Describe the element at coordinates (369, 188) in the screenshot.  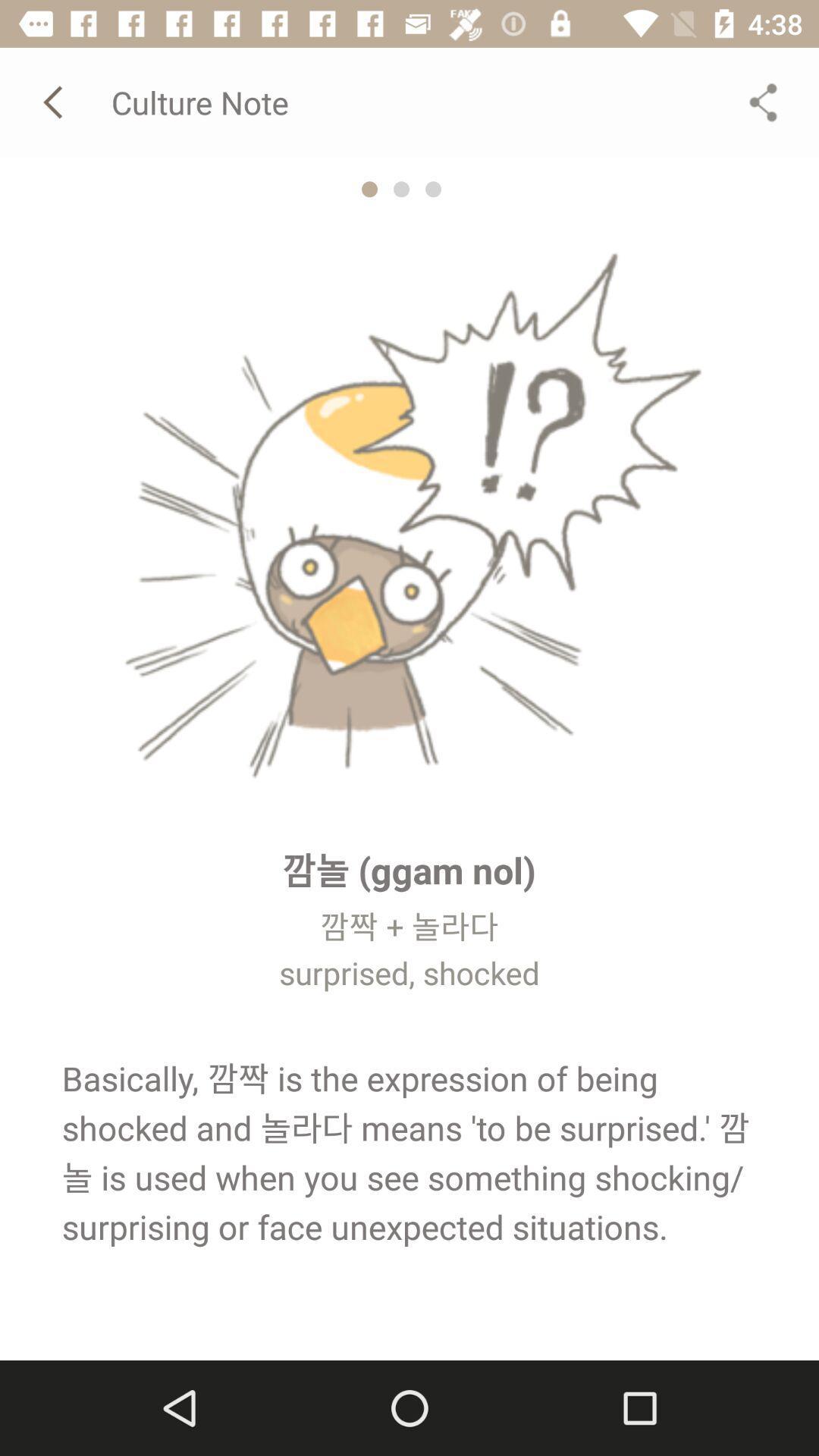
I see `the star icon` at that location.